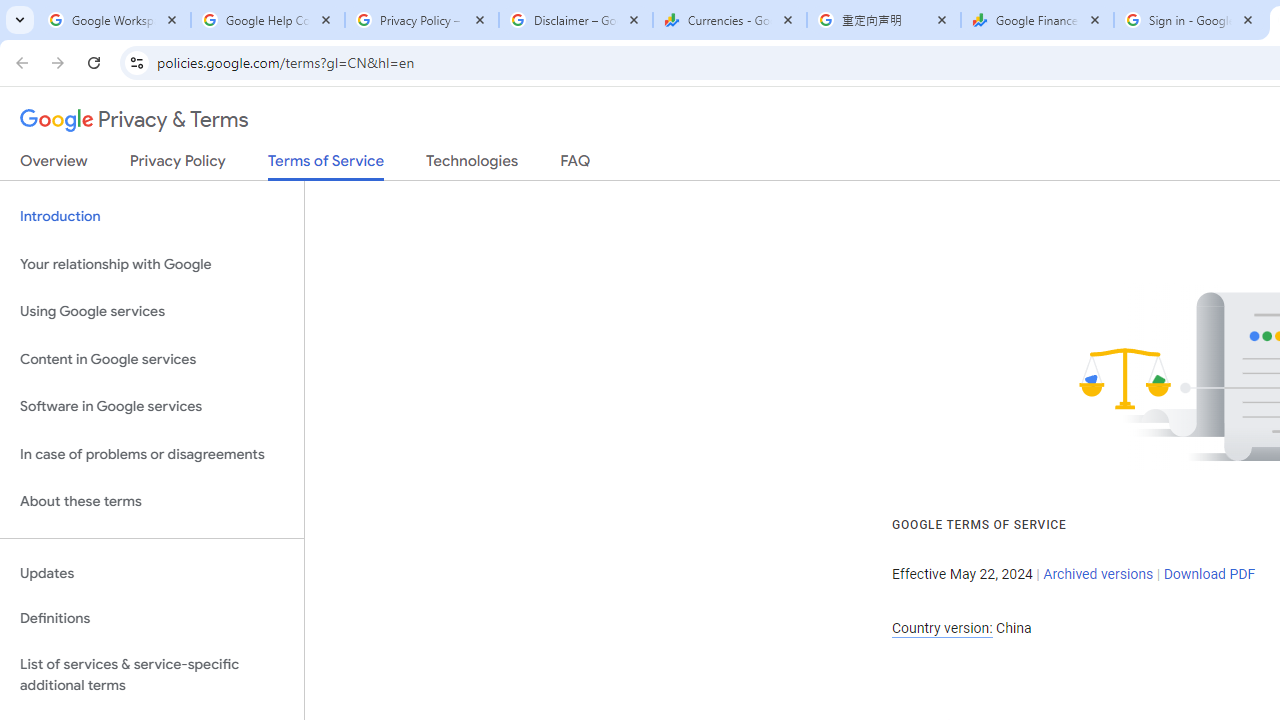  Describe the element at coordinates (151, 454) in the screenshot. I see `'In case of problems or disagreements'` at that location.